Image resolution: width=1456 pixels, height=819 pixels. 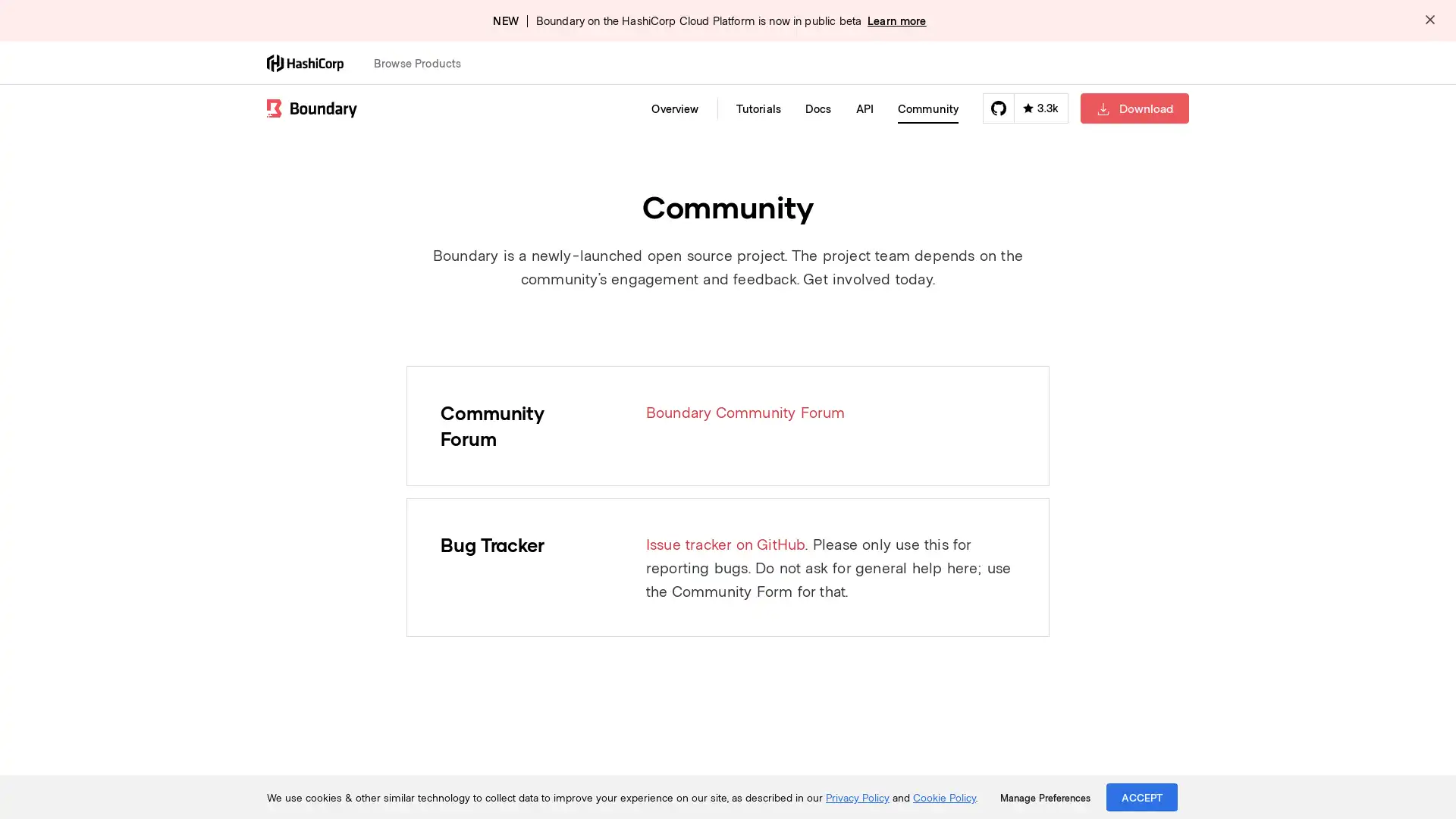 I want to click on Manage Preferences, so click(x=1044, y=797).